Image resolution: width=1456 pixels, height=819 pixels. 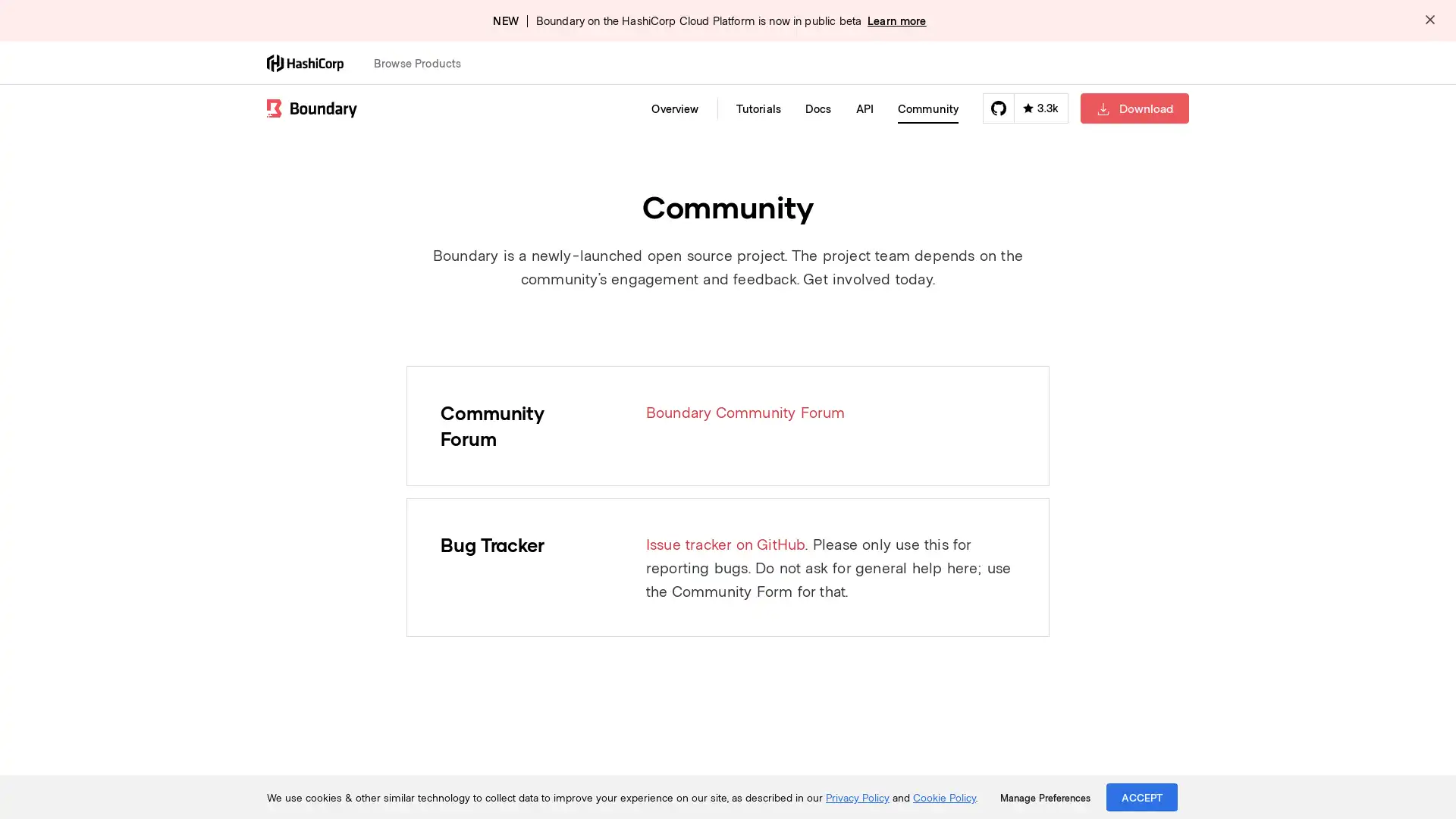 I want to click on Manage Preferences, so click(x=1044, y=797).